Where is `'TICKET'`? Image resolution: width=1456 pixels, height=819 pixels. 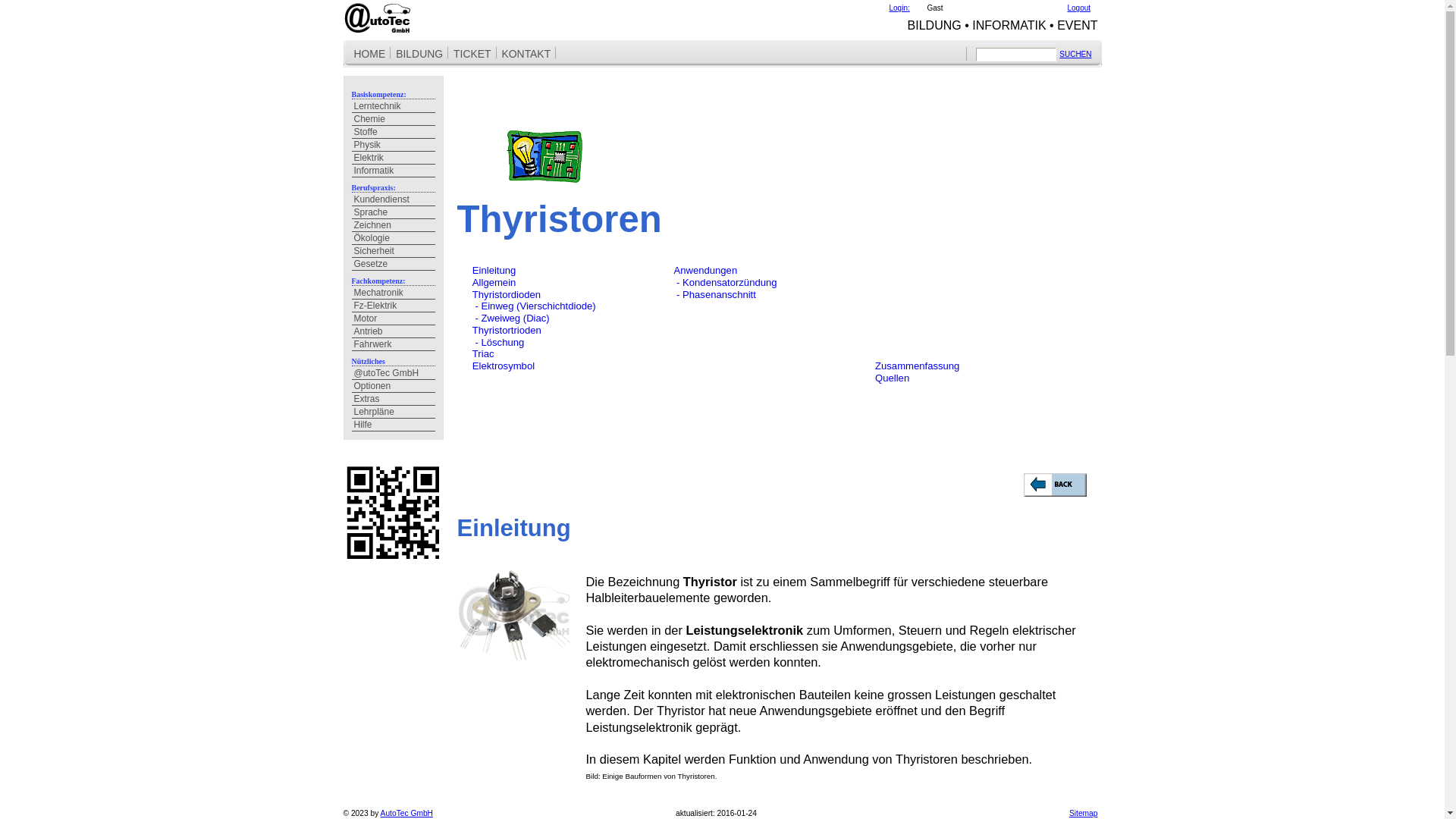
'TICKET' is located at coordinates (471, 52).